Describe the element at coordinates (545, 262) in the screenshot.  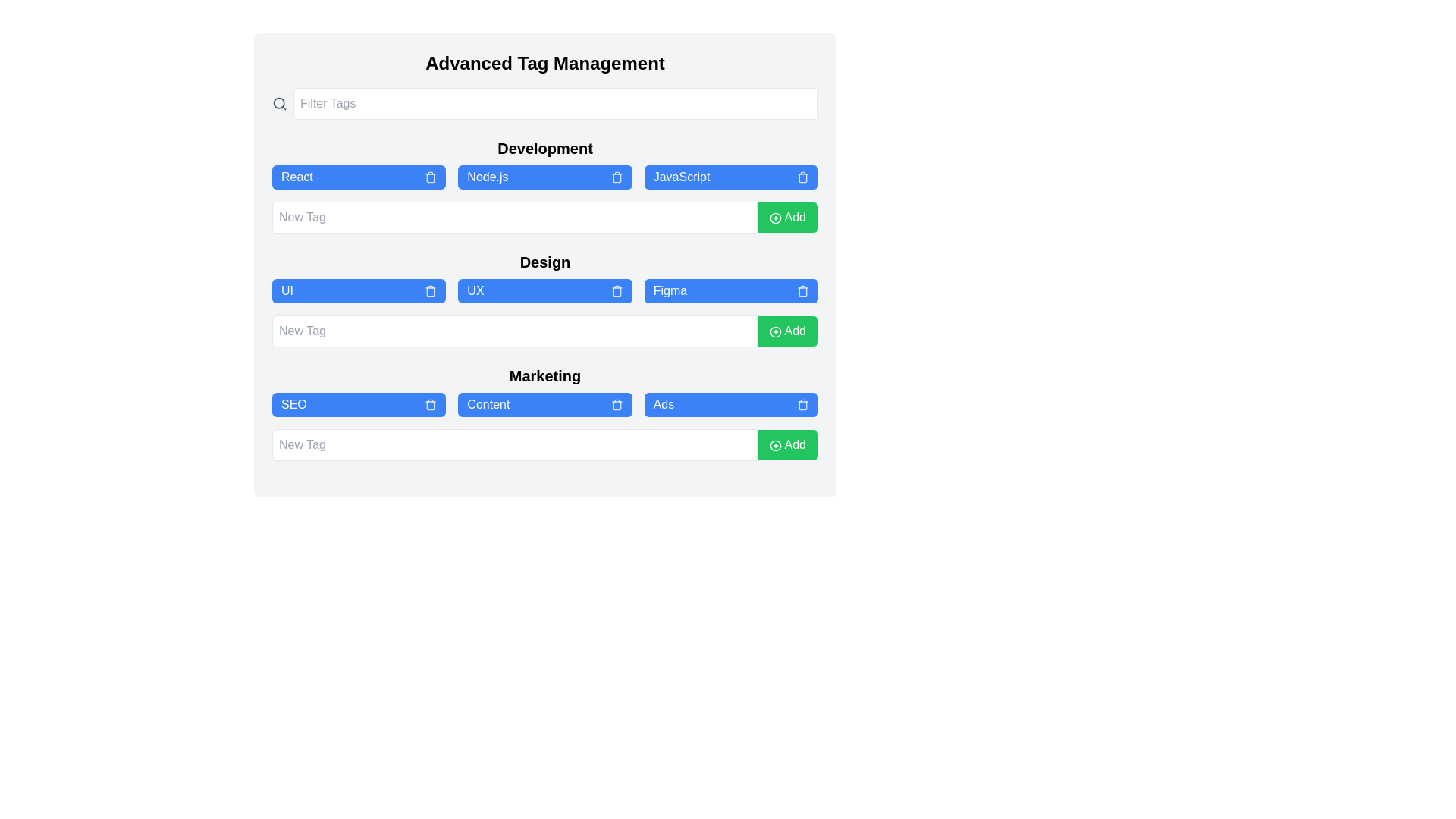
I see `the bold text header labeled 'Design', which is centrally positioned within the 'Design' section of a structured list, located between 'Development' and 'Marketing', above three blue buttons labeled 'UI', 'UX', and 'Figma'` at that location.